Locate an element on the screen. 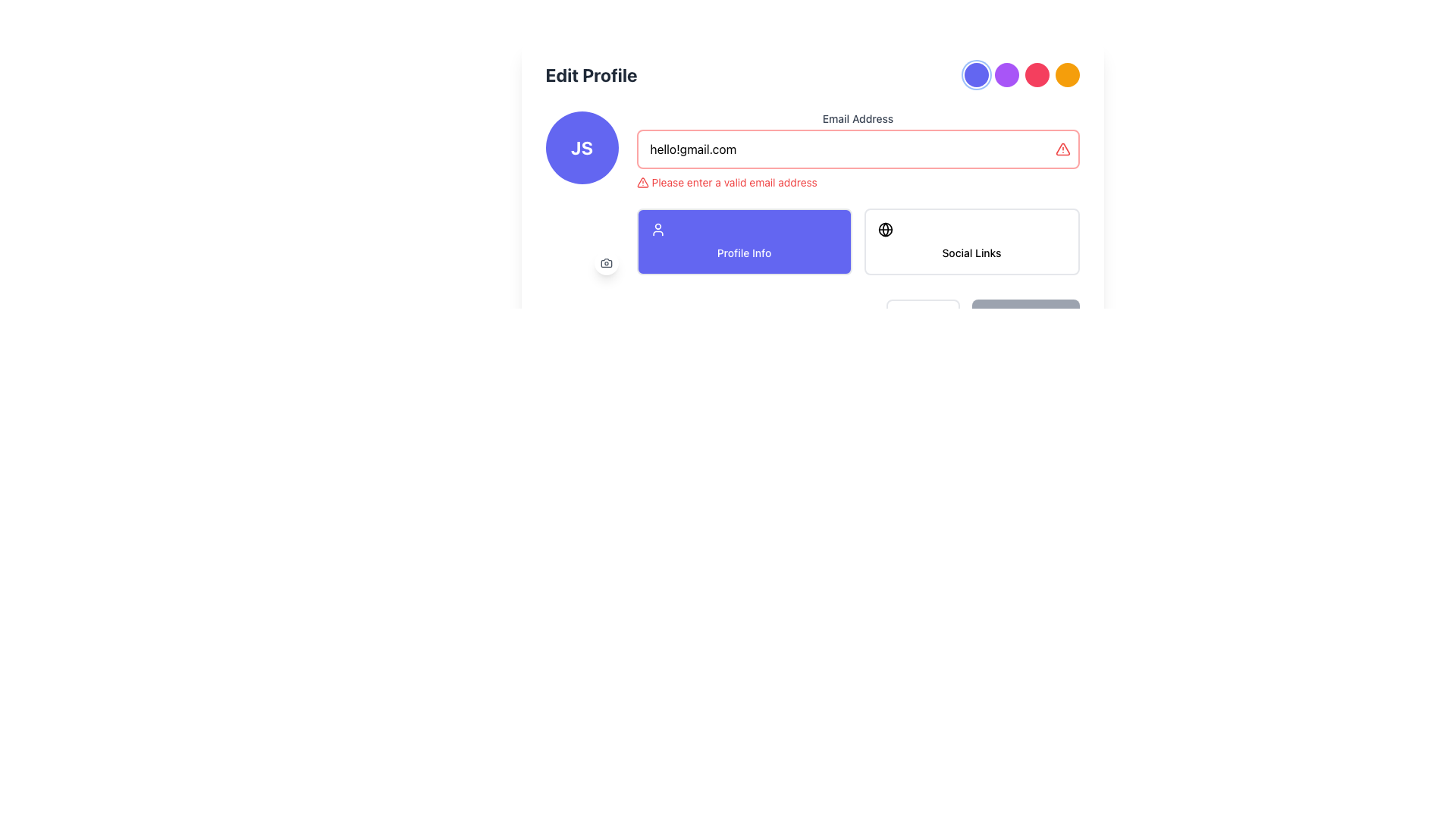  the globe icon located within the 'Social Links' section, positioned on the left side above the text 'Social Links' is located at coordinates (885, 230).